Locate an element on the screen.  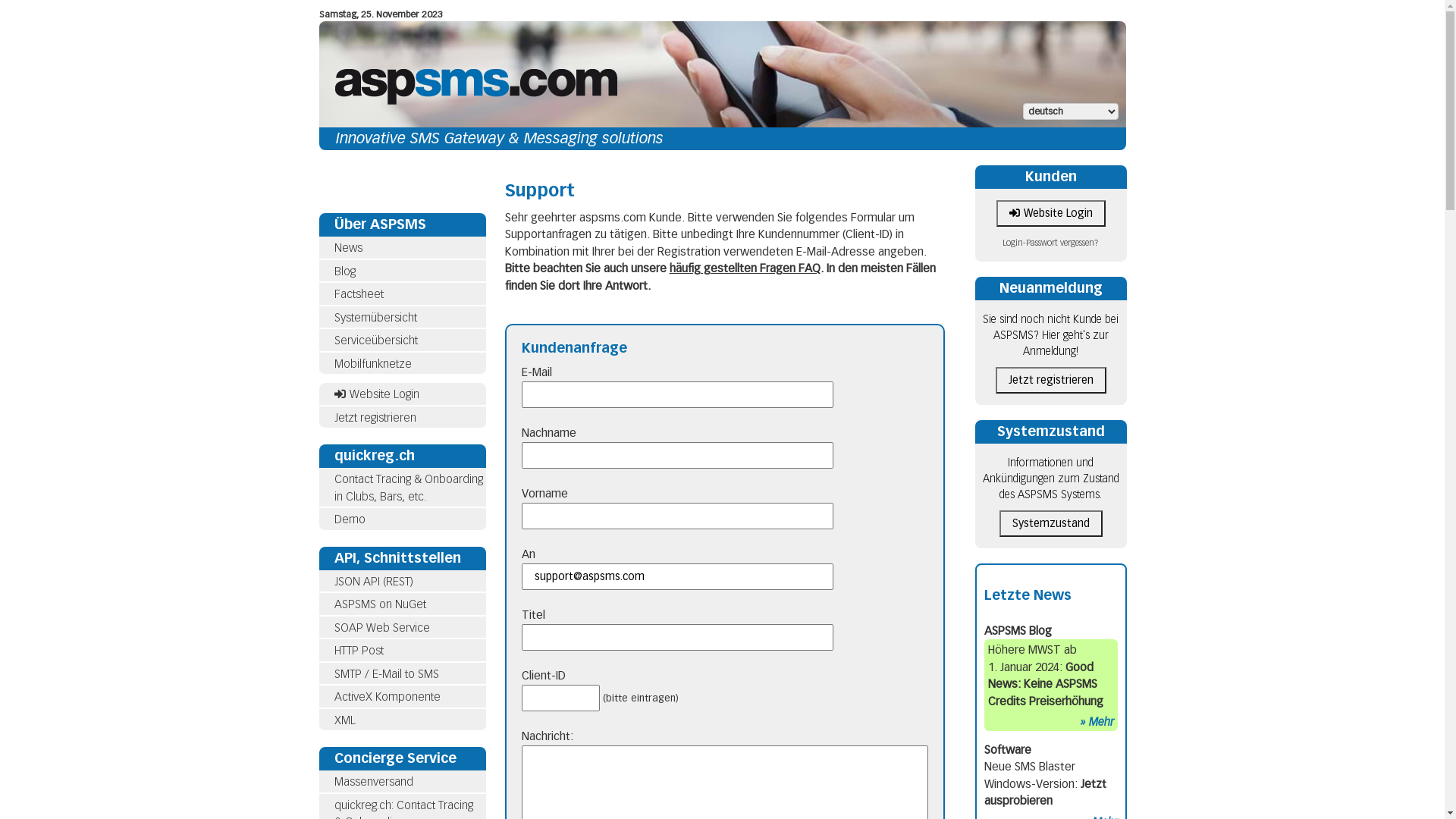
'Mobilfunknetze' is located at coordinates (372, 362).